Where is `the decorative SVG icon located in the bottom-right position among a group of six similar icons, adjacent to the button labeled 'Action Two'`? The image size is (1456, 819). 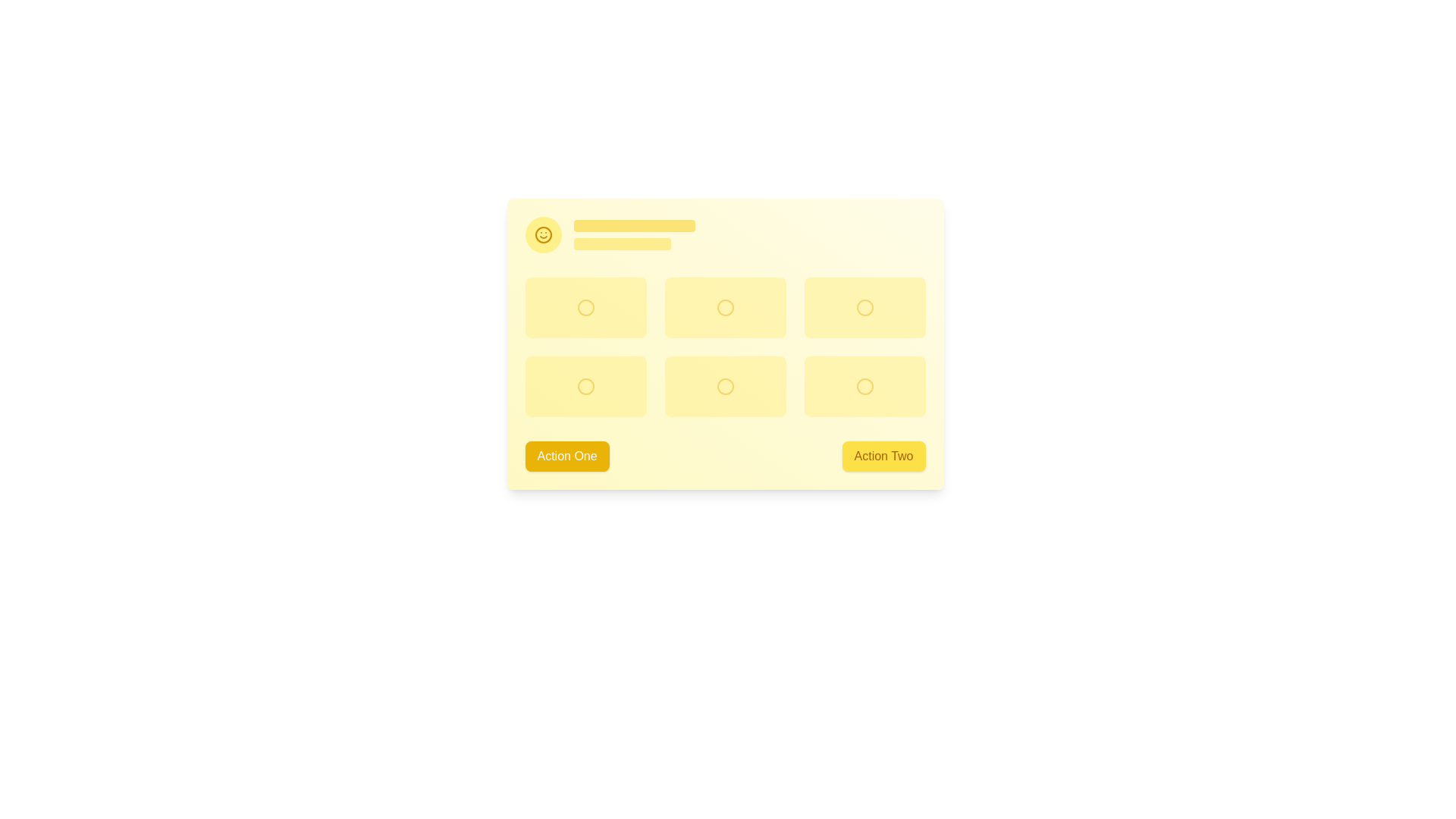 the decorative SVG icon located in the bottom-right position among a group of six similar icons, adjacent to the button labeled 'Action Two' is located at coordinates (864, 385).